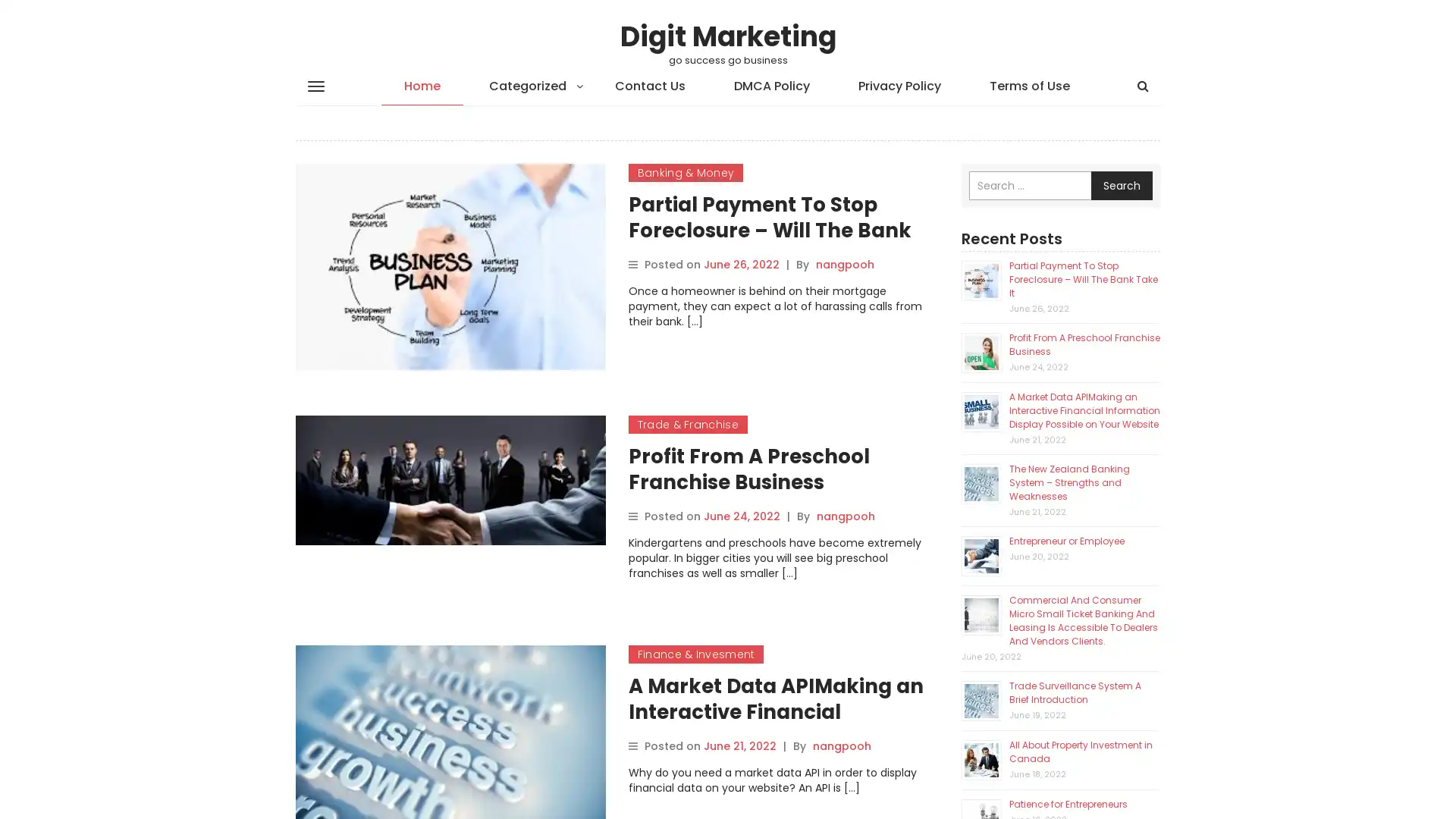 The height and width of the screenshot is (819, 1456). I want to click on Search, so click(1122, 185).